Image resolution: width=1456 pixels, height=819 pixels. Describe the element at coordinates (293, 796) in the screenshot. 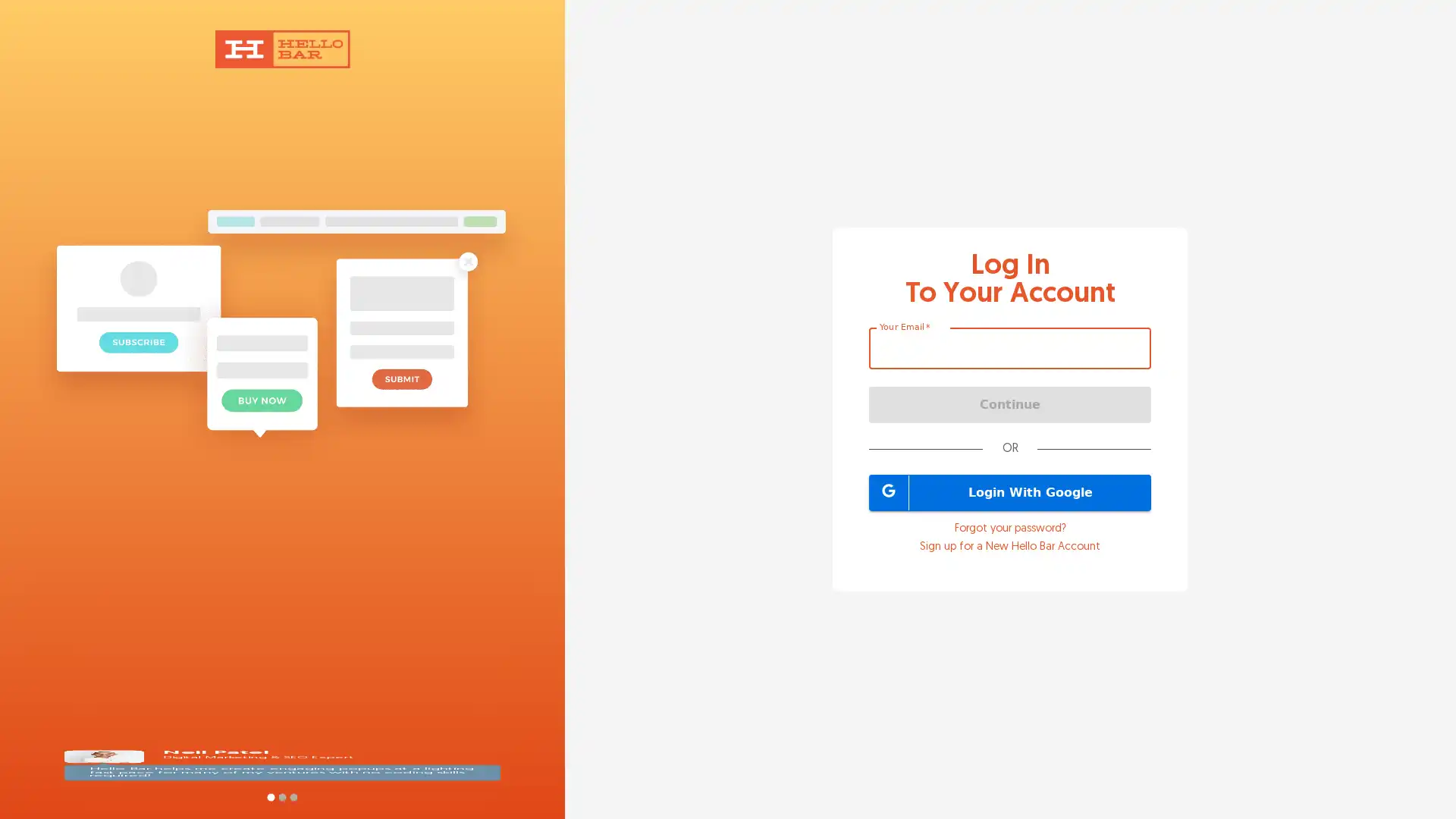

I see `carousel indicator 3` at that location.